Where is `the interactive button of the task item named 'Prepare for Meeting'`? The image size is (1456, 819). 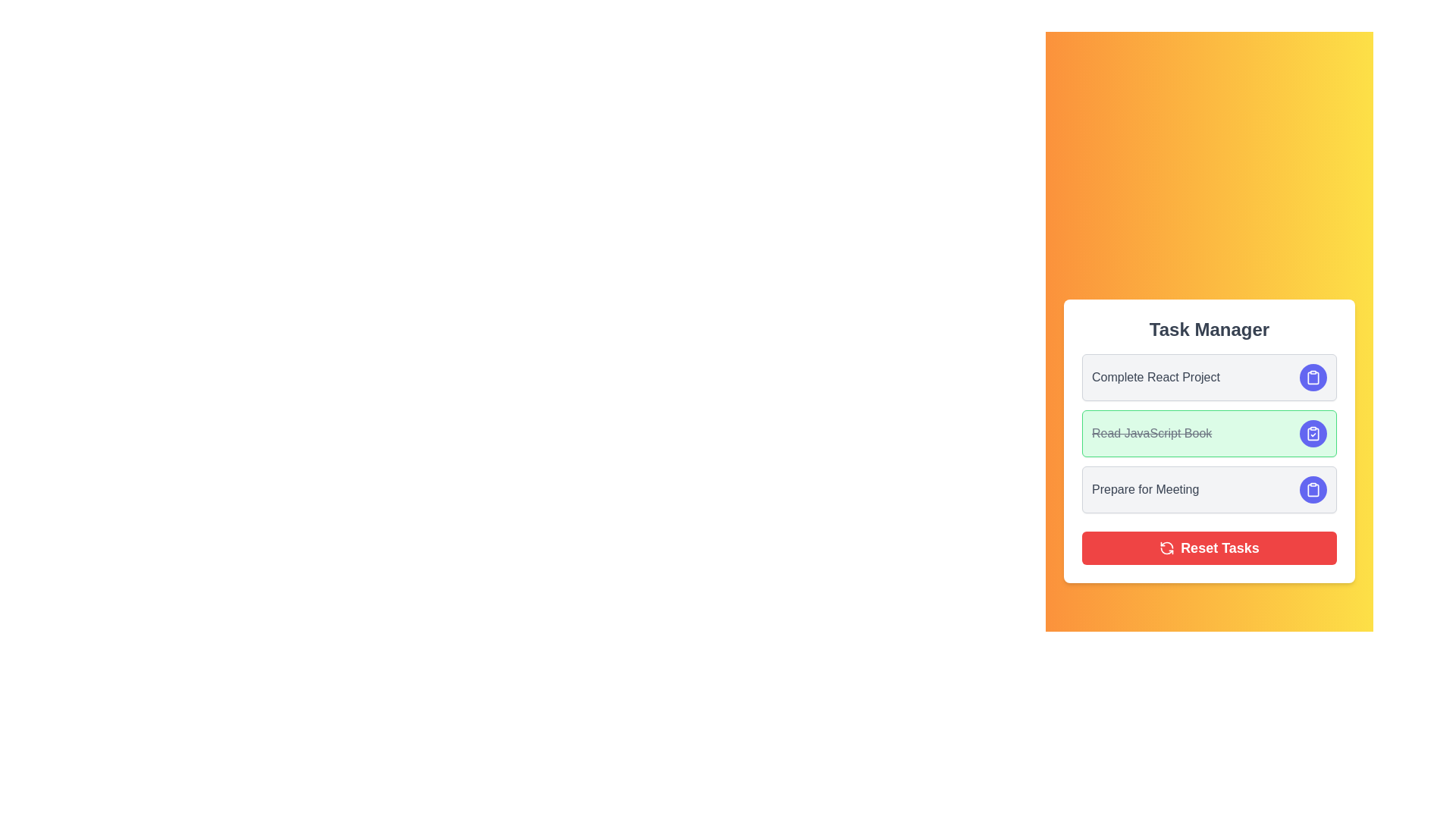 the interactive button of the task item named 'Prepare for Meeting' is located at coordinates (1208, 489).